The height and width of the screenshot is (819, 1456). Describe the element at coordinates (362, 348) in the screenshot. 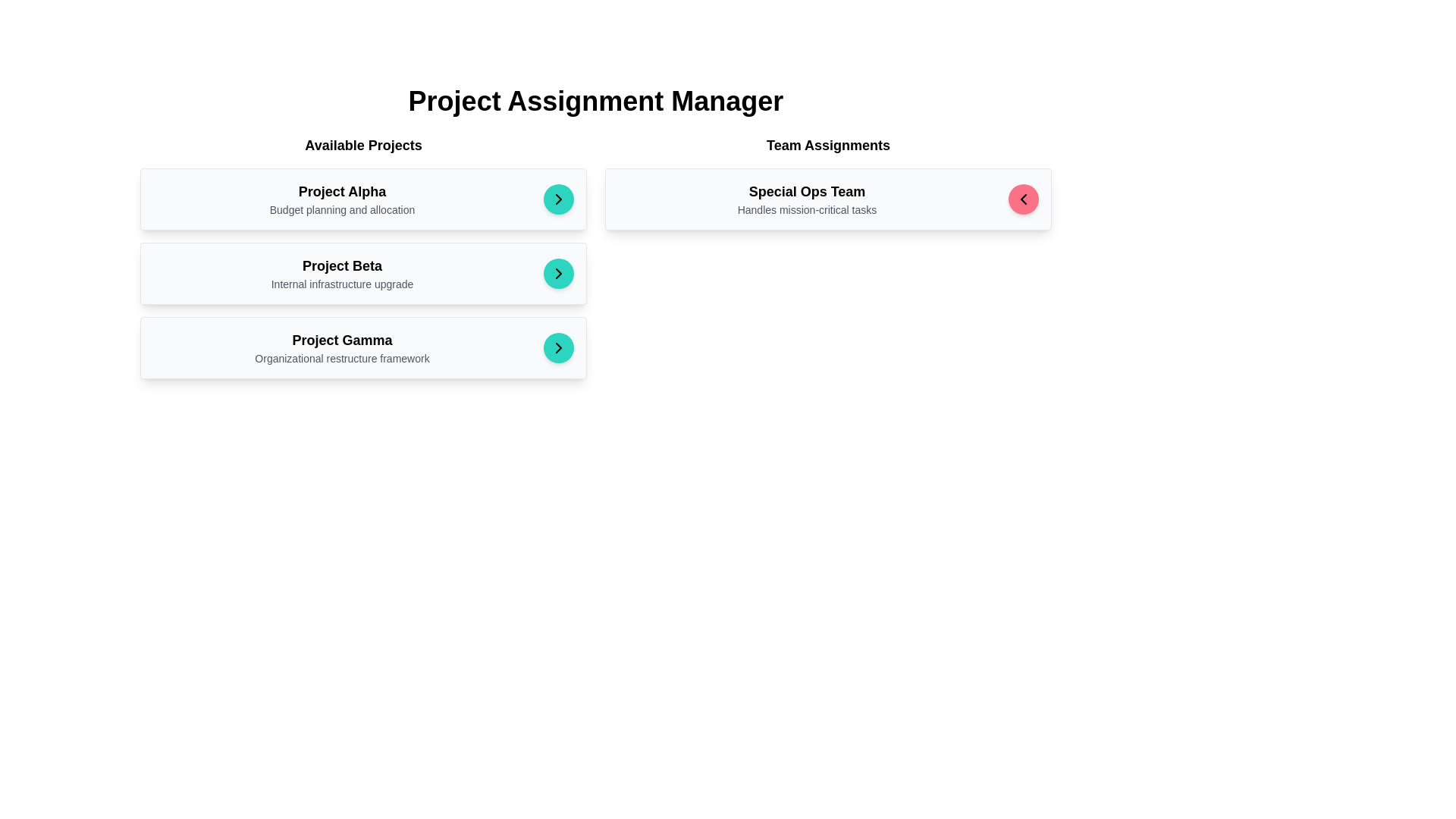

I see `the third card titled 'Project Gamma' in the 'Available Projects' section` at that location.